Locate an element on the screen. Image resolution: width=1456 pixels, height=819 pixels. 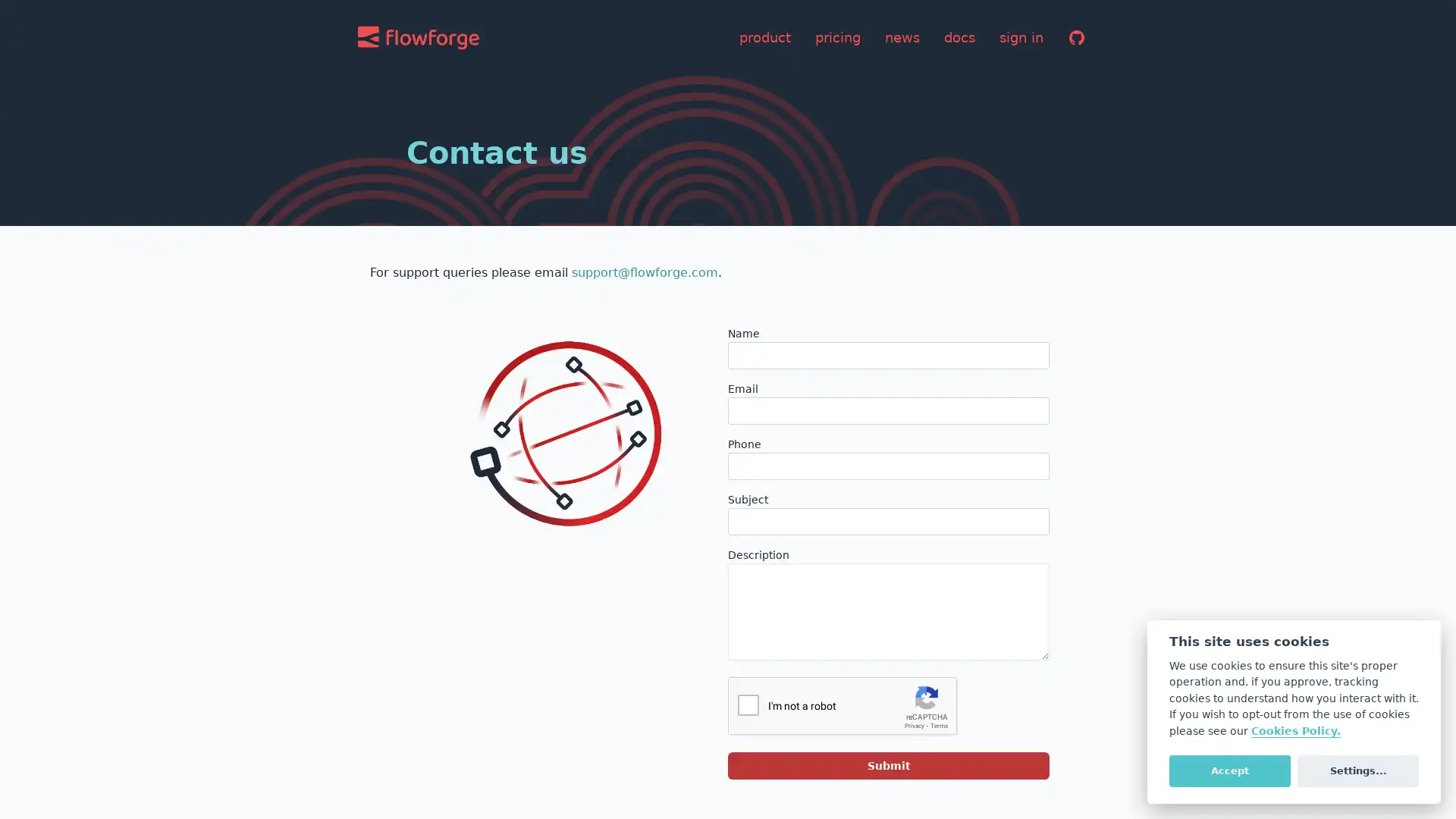
Settings... is located at coordinates (1357, 770).